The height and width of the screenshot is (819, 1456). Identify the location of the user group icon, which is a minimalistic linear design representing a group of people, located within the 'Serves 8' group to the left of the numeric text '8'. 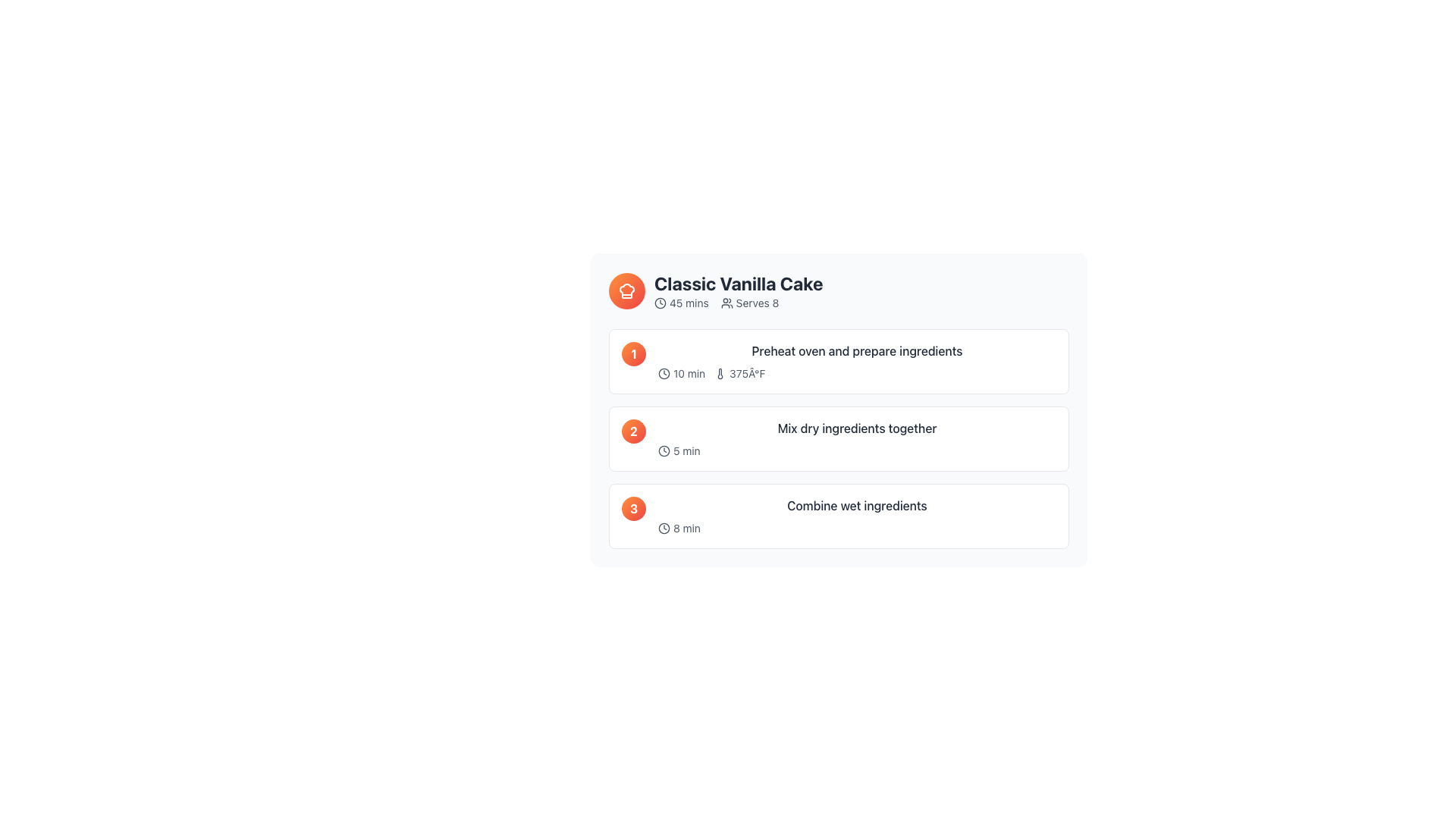
(726, 303).